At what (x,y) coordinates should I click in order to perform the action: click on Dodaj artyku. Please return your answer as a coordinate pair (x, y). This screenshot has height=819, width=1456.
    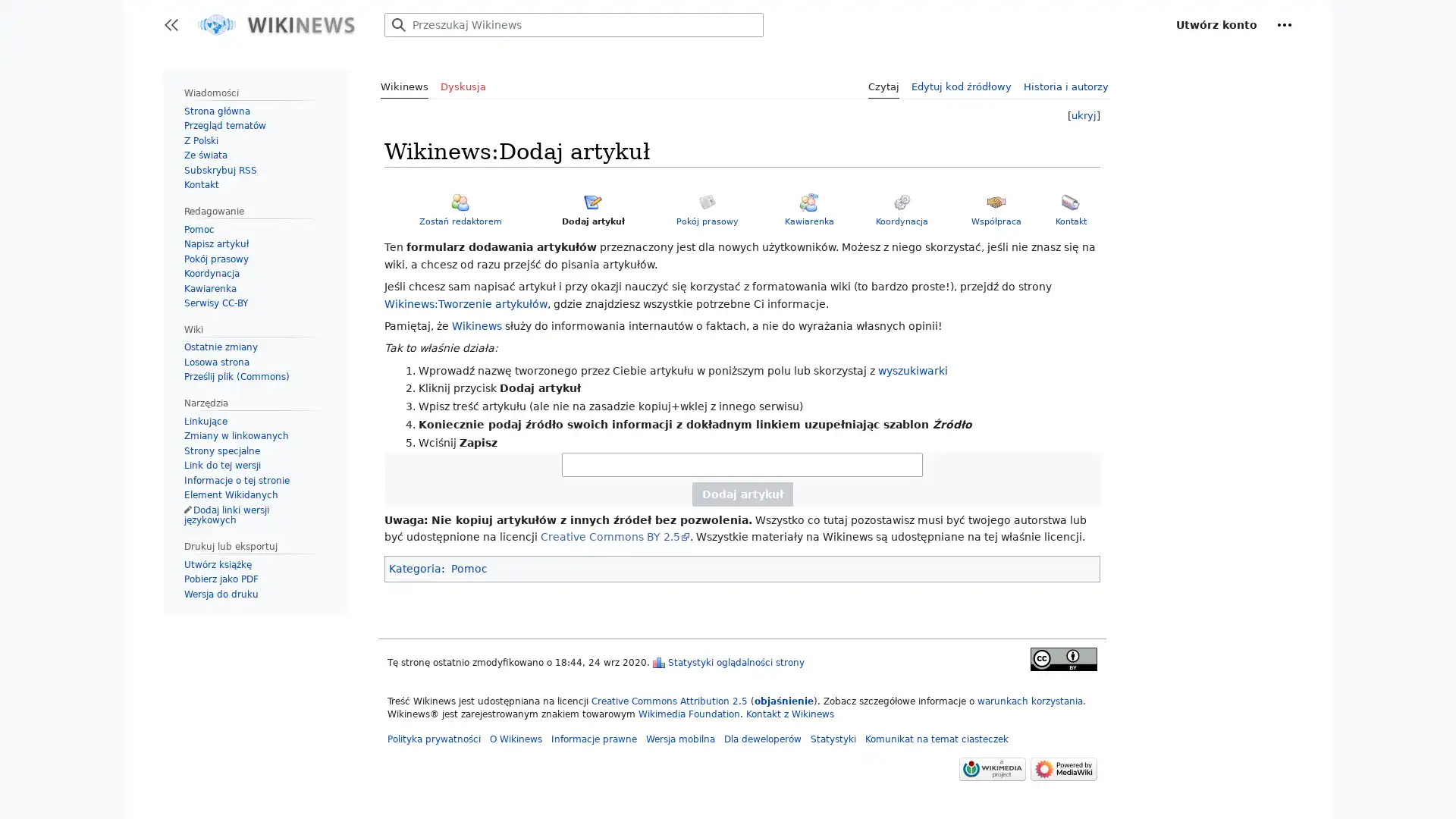
    Looking at the image, I should click on (742, 494).